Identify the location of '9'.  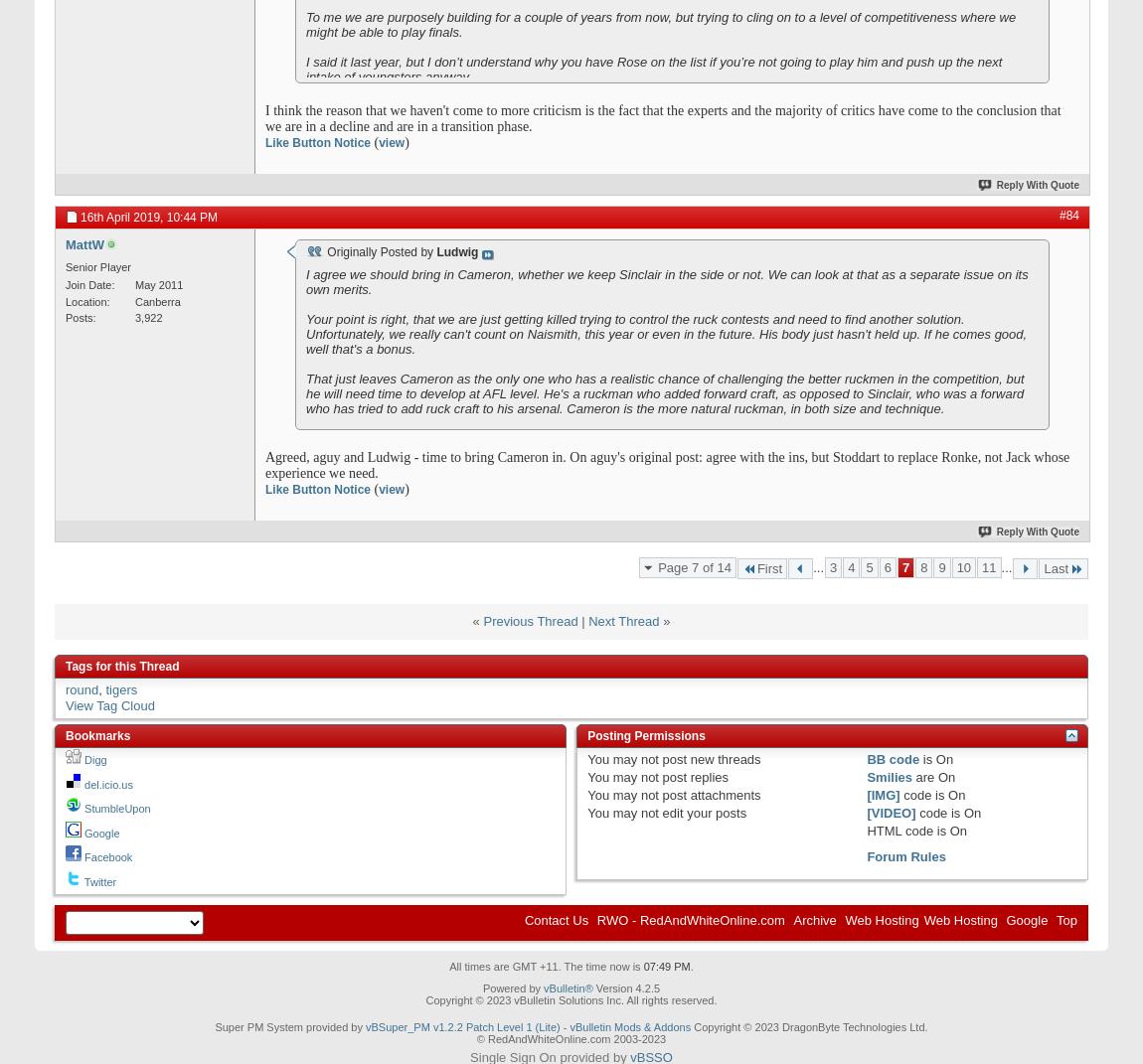
(938, 567).